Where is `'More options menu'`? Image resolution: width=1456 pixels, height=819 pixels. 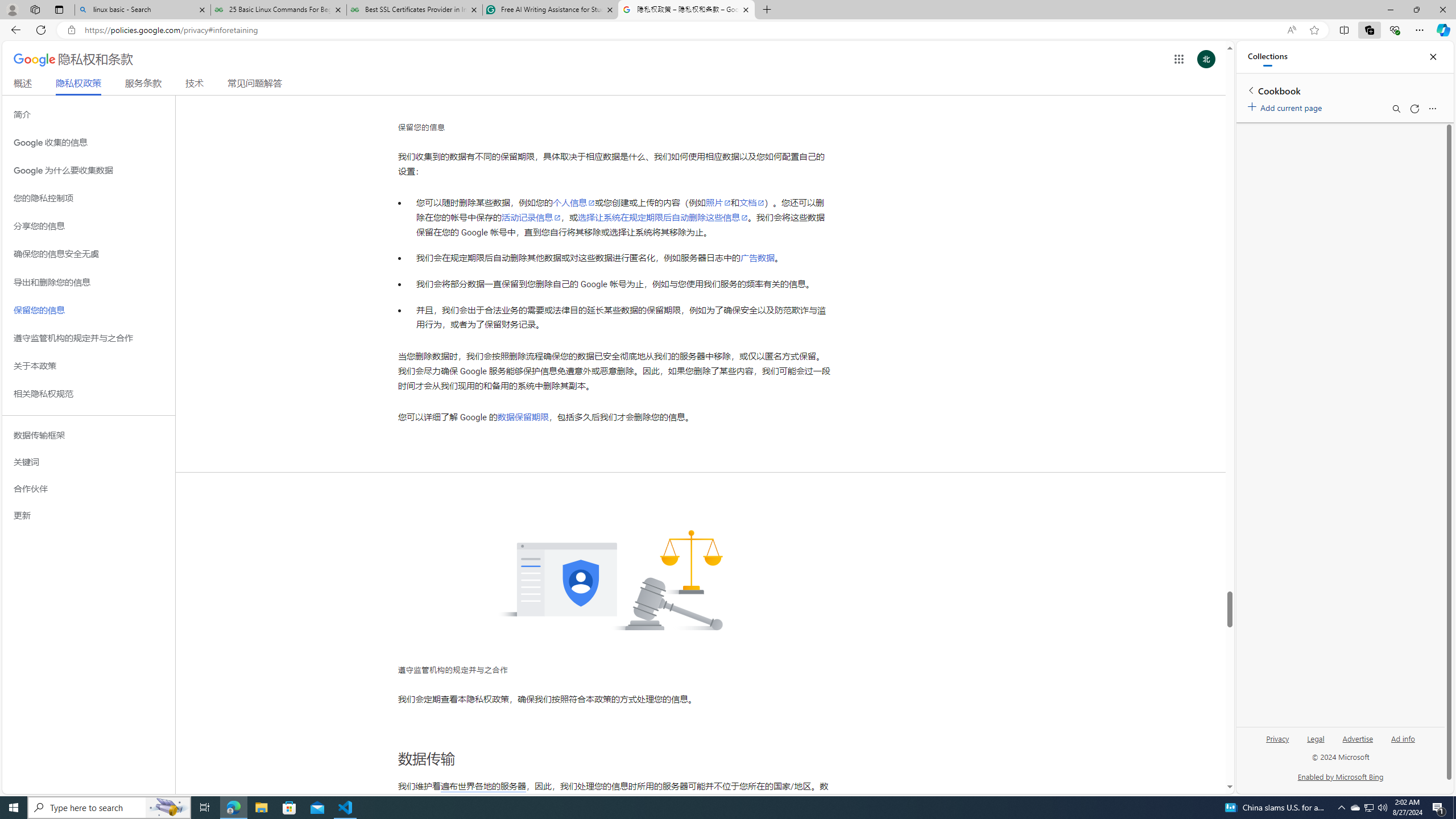
'More options menu' is located at coordinates (1433, 109).